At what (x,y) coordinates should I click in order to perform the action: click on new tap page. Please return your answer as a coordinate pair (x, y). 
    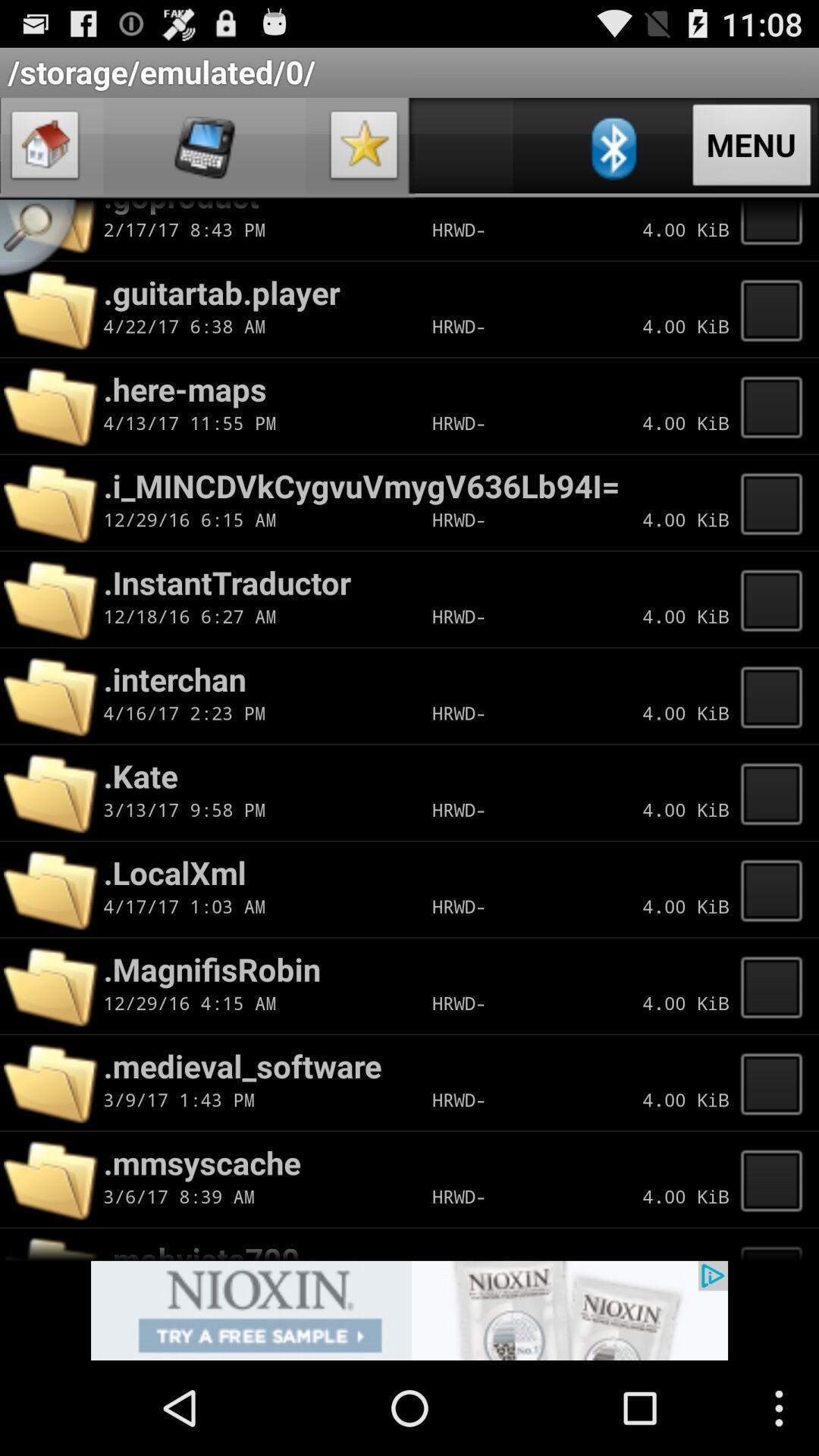
    Looking at the image, I should click on (776, 1082).